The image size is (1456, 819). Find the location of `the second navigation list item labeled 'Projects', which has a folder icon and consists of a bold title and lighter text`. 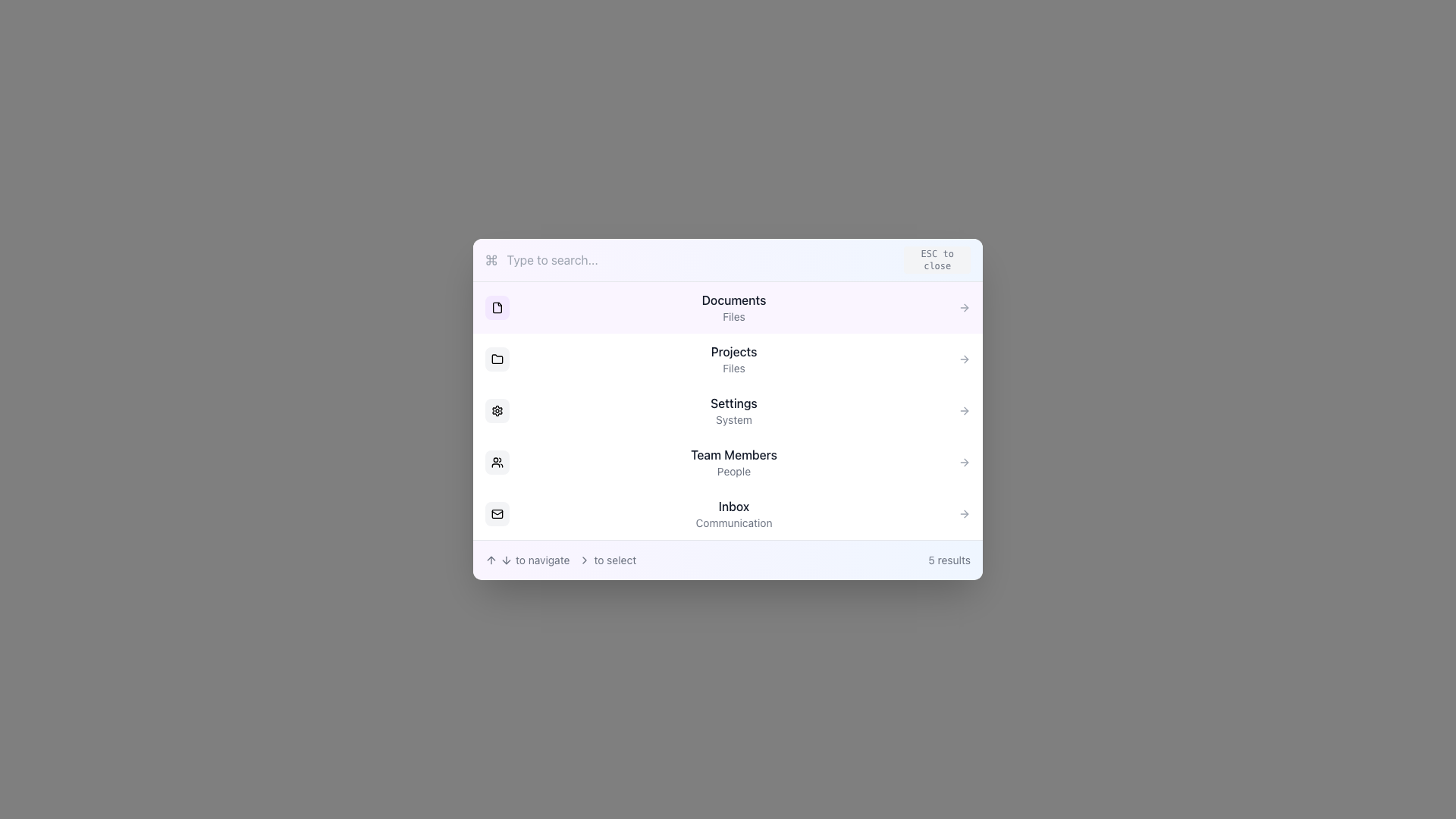

the second navigation list item labeled 'Projects', which has a folder icon and consists of a bold title and lighter text is located at coordinates (728, 359).